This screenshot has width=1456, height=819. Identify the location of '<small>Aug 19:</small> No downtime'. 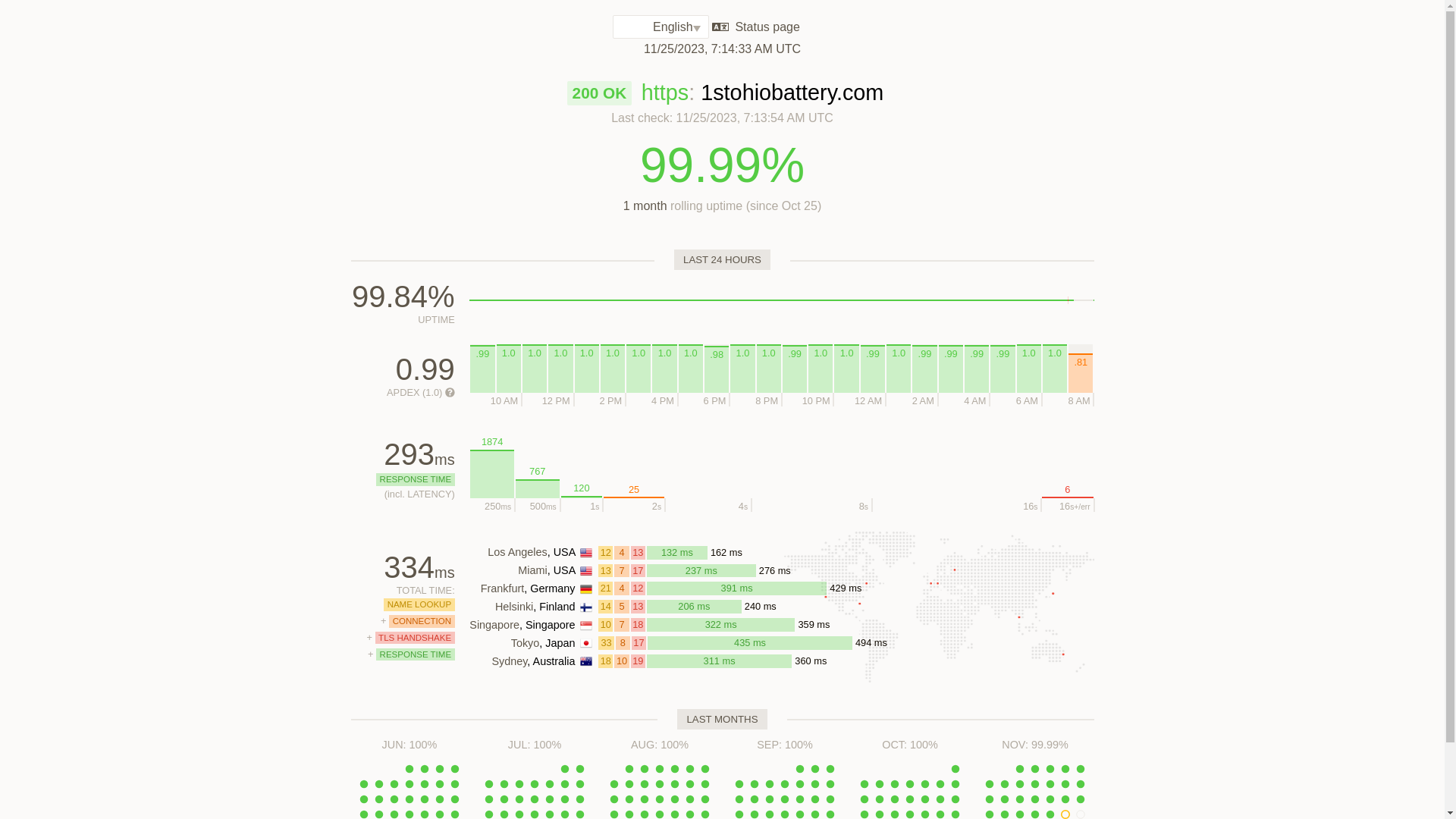
(689, 798).